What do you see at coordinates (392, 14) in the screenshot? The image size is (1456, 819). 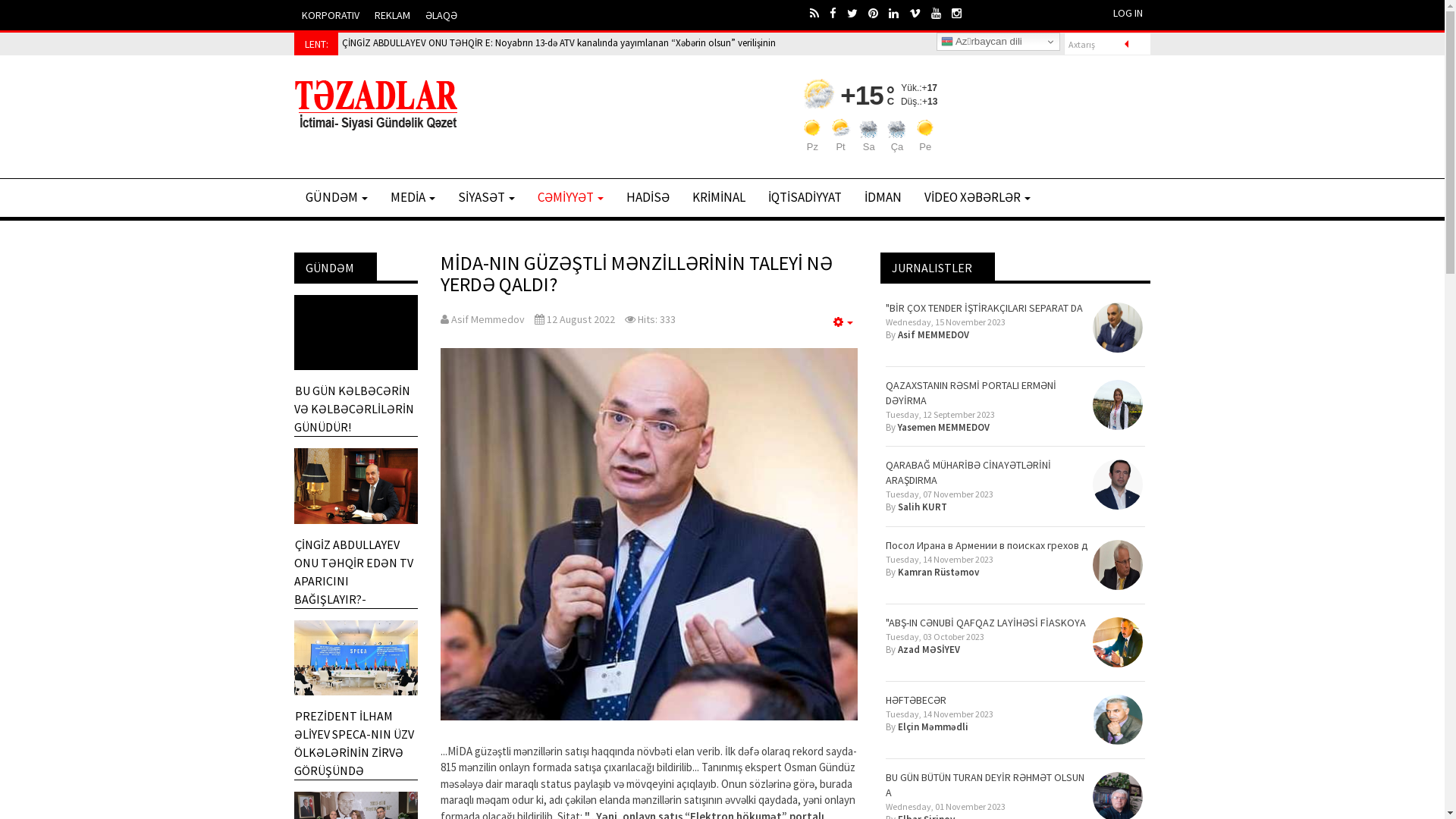 I see `'REKLAM'` at bounding box center [392, 14].